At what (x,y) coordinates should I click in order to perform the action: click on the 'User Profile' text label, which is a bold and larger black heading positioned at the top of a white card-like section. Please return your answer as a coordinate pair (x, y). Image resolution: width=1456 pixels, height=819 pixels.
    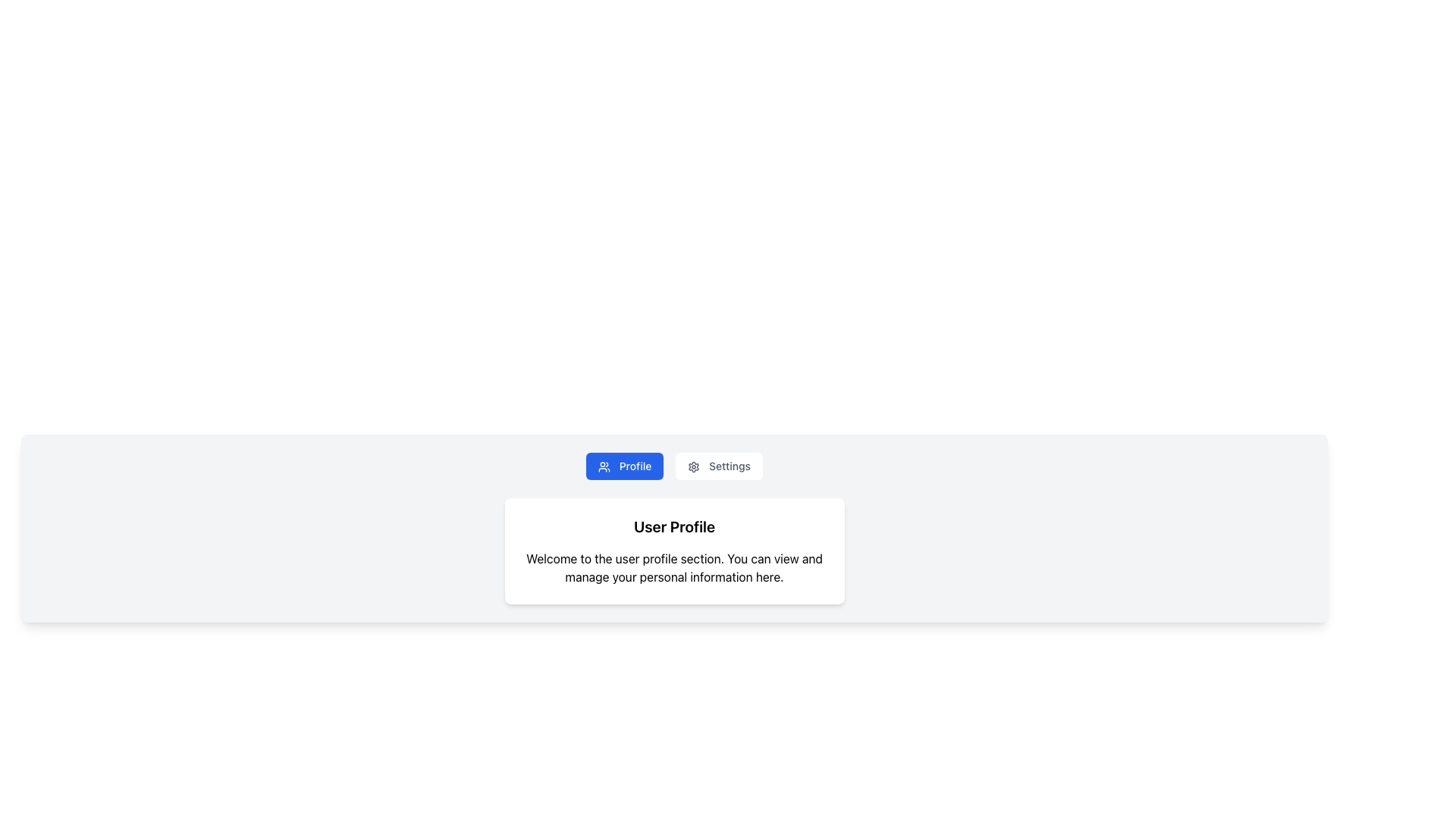
    Looking at the image, I should click on (673, 526).